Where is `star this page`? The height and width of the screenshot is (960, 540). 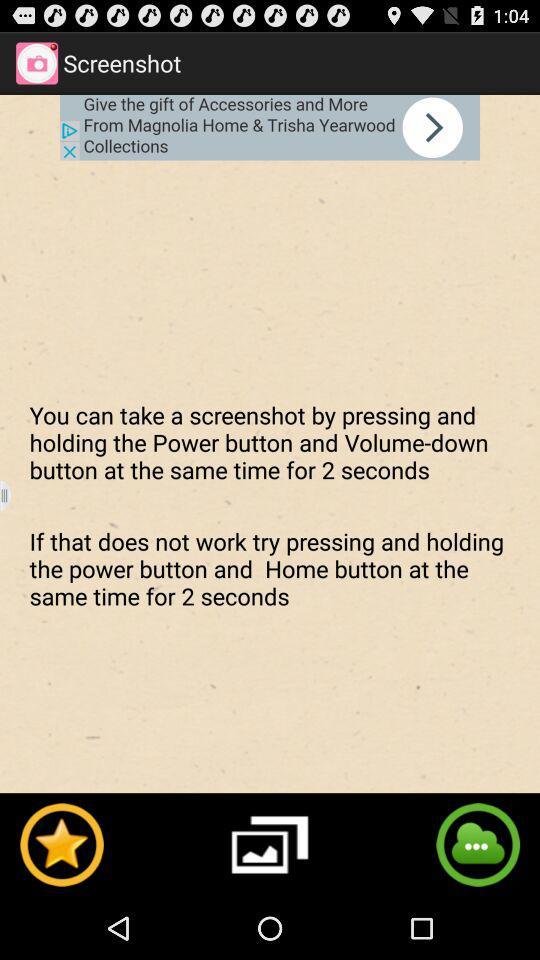 star this page is located at coordinates (61, 843).